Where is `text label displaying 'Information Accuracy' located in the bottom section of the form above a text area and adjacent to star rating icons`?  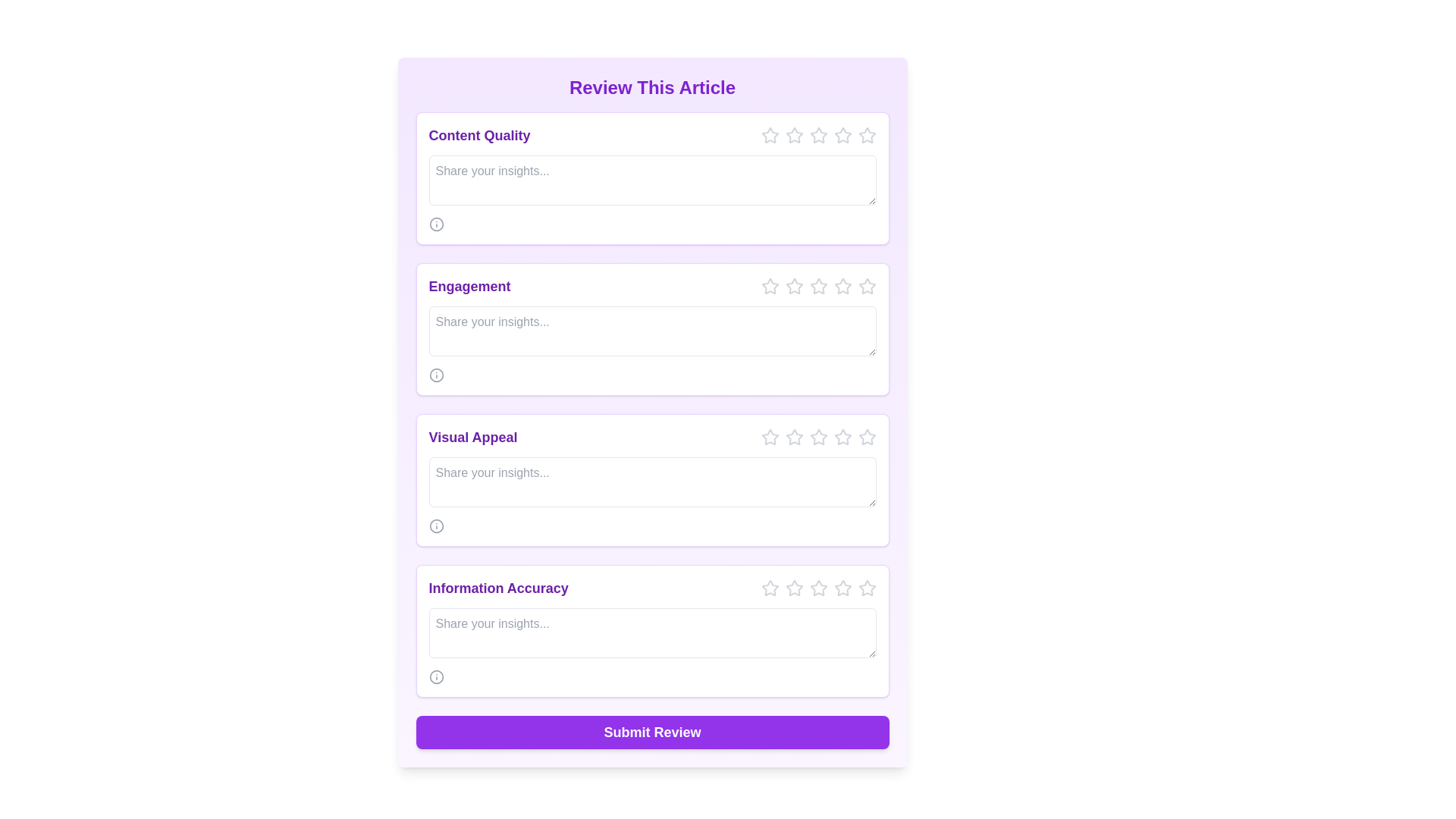
text label displaying 'Information Accuracy' located in the bottom section of the form above a text area and adjacent to star rating icons is located at coordinates (498, 587).